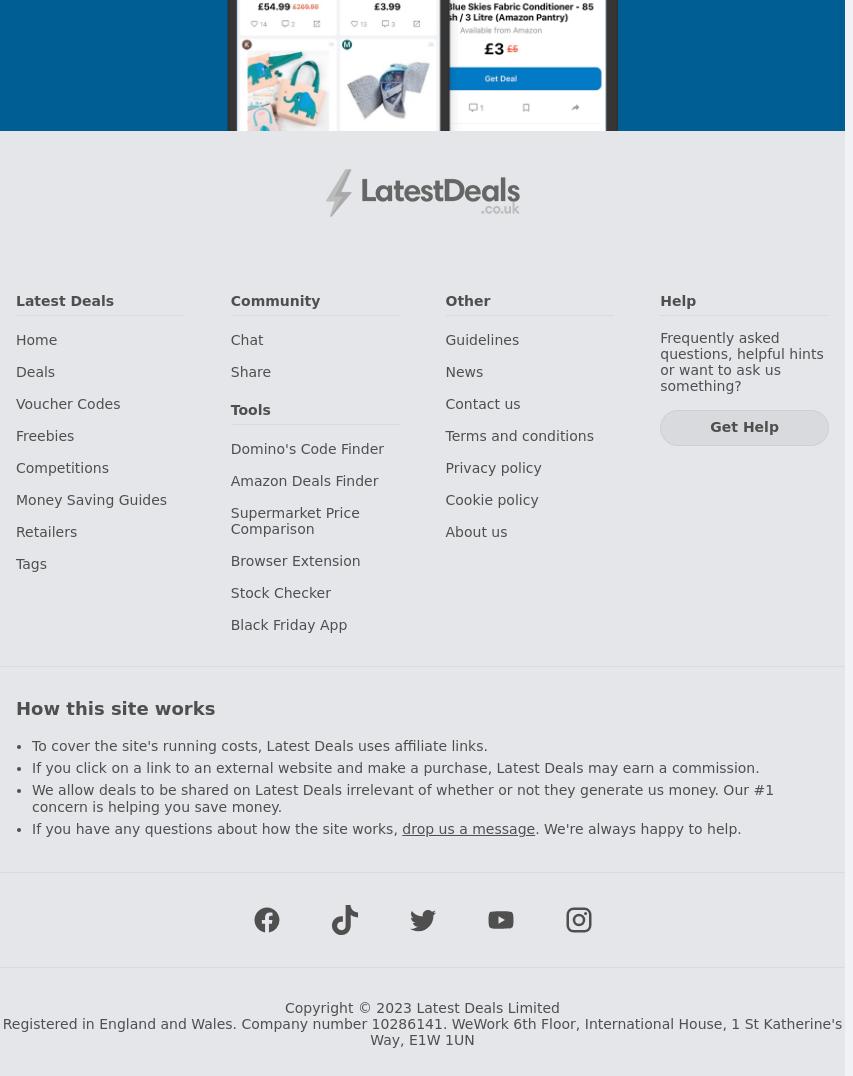  What do you see at coordinates (463, 370) in the screenshot?
I see `'News'` at bounding box center [463, 370].